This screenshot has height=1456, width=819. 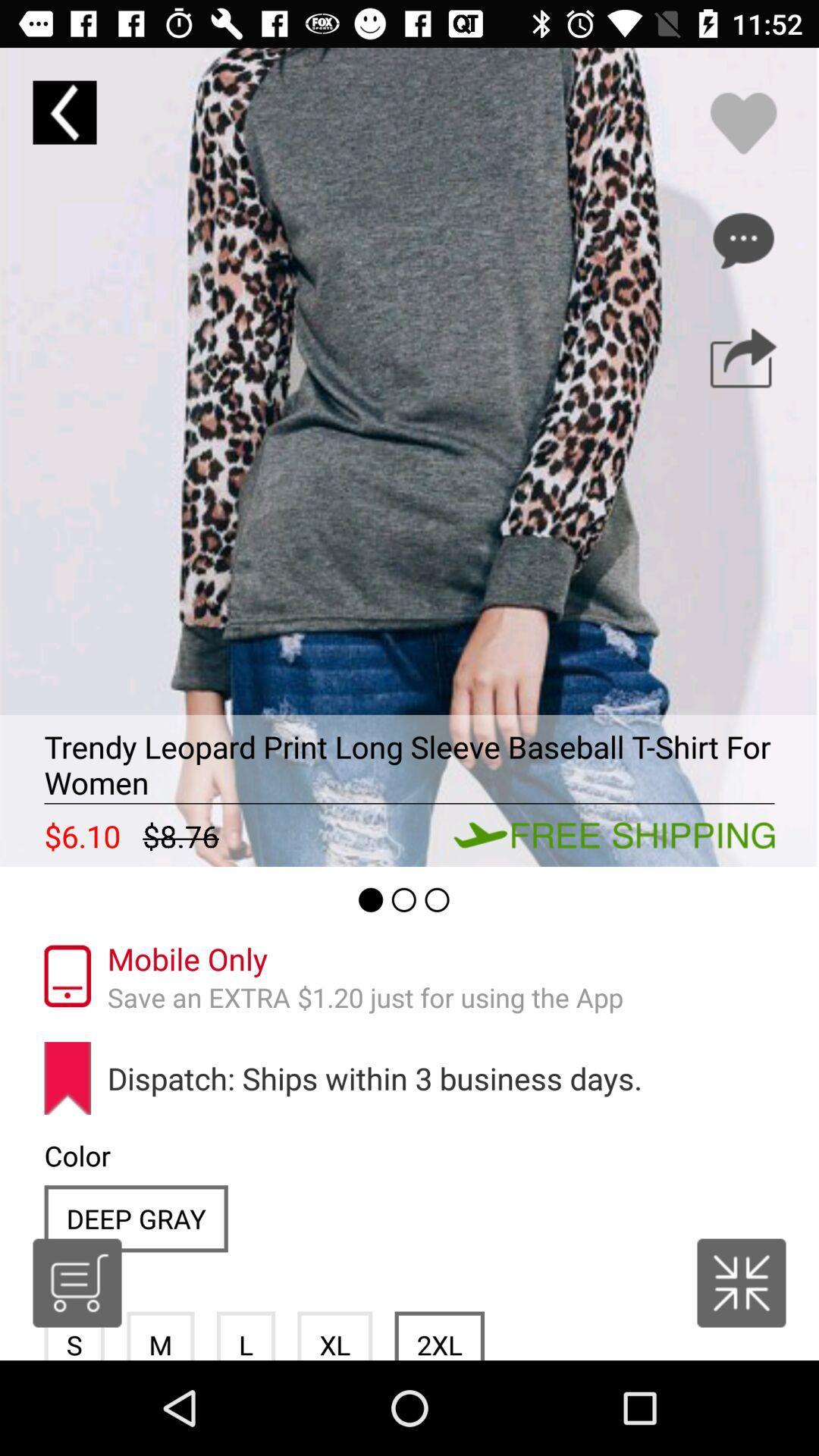 I want to click on the favorite icon, so click(x=742, y=123).